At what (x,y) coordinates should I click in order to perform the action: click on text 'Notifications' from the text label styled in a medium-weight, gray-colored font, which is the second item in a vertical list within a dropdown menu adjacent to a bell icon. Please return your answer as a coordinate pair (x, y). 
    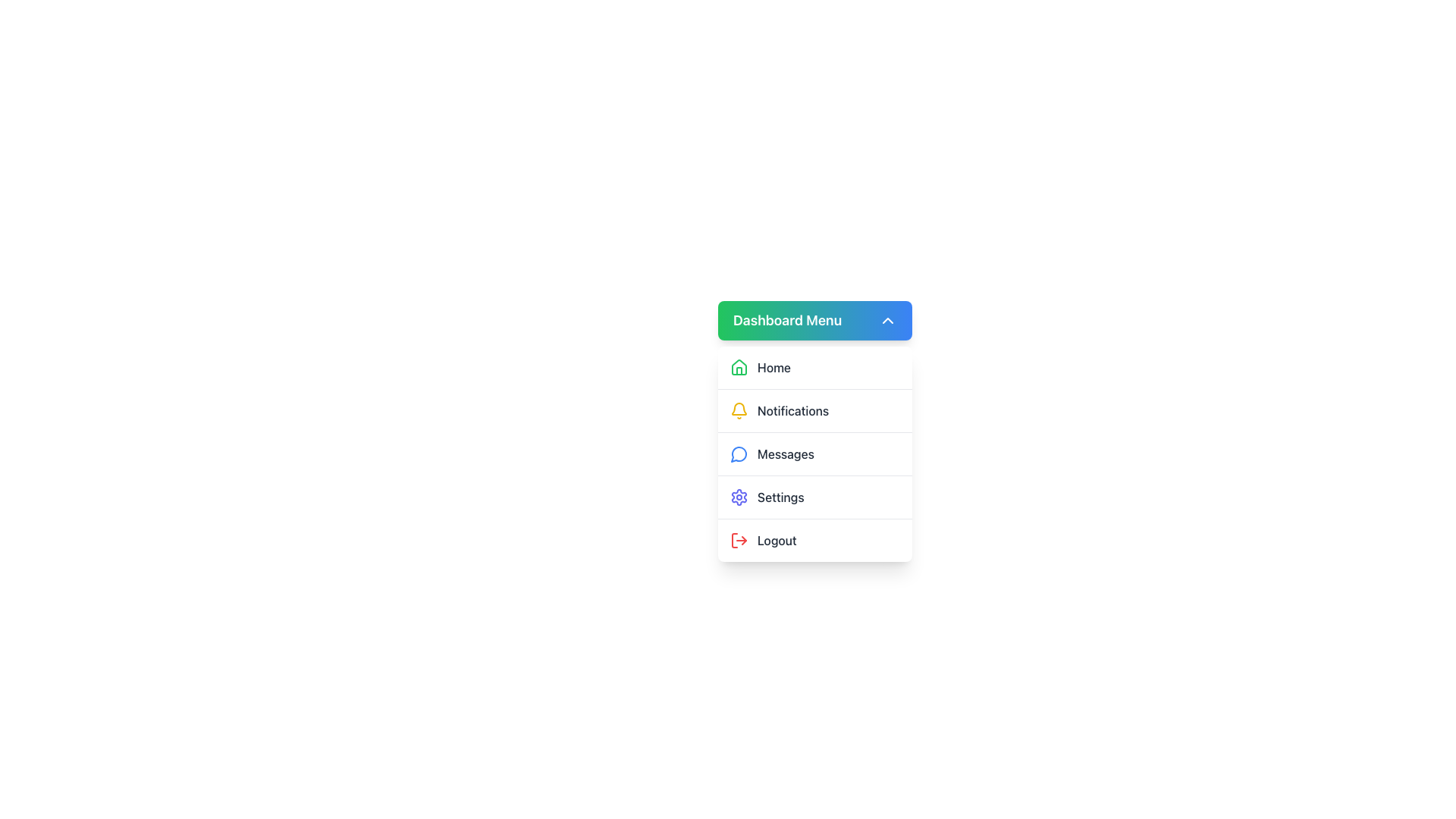
    Looking at the image, I should click on (792, 411).